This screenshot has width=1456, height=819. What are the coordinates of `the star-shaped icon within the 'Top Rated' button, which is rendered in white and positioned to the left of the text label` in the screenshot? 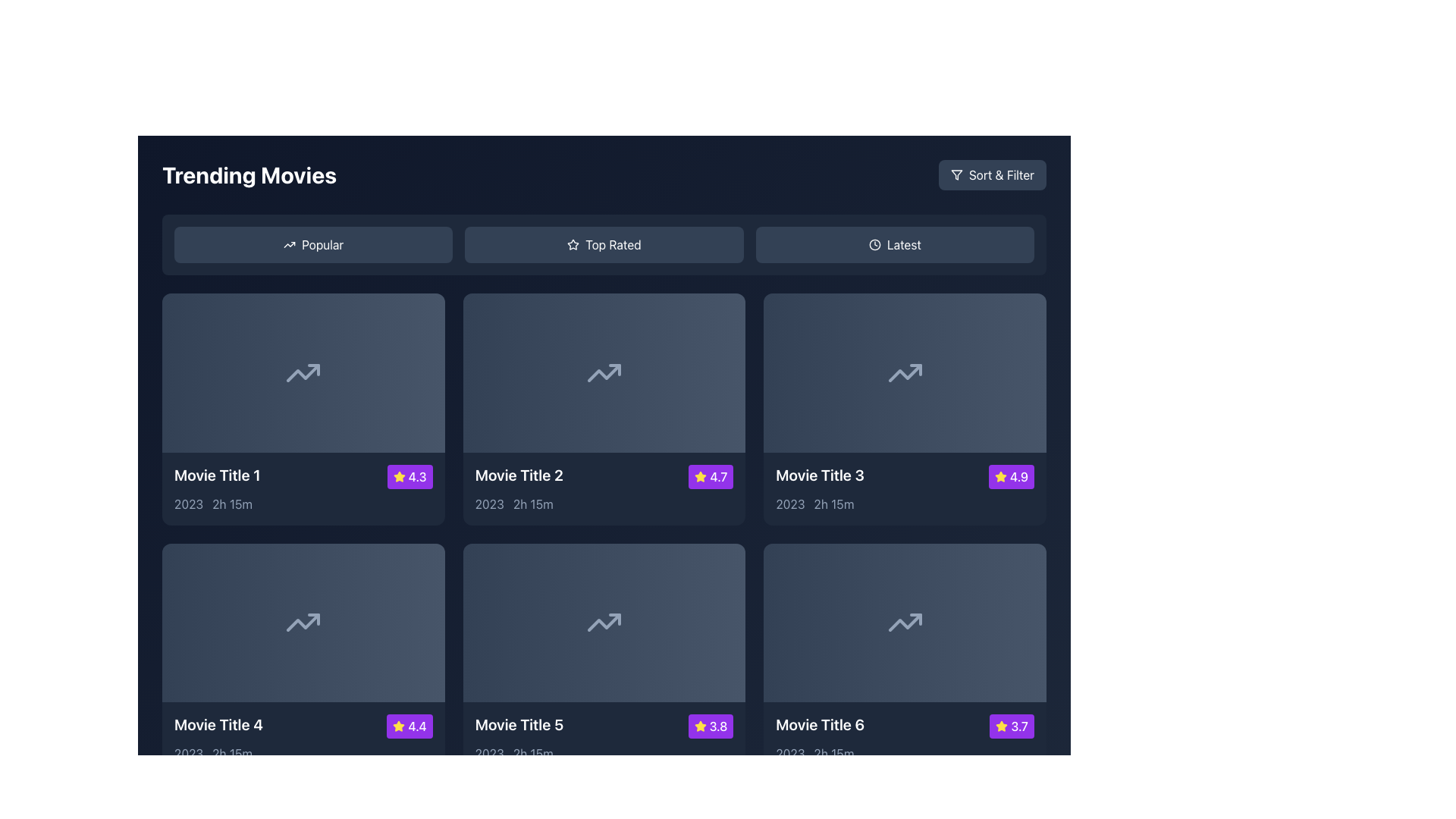 It's located at (573, 244).